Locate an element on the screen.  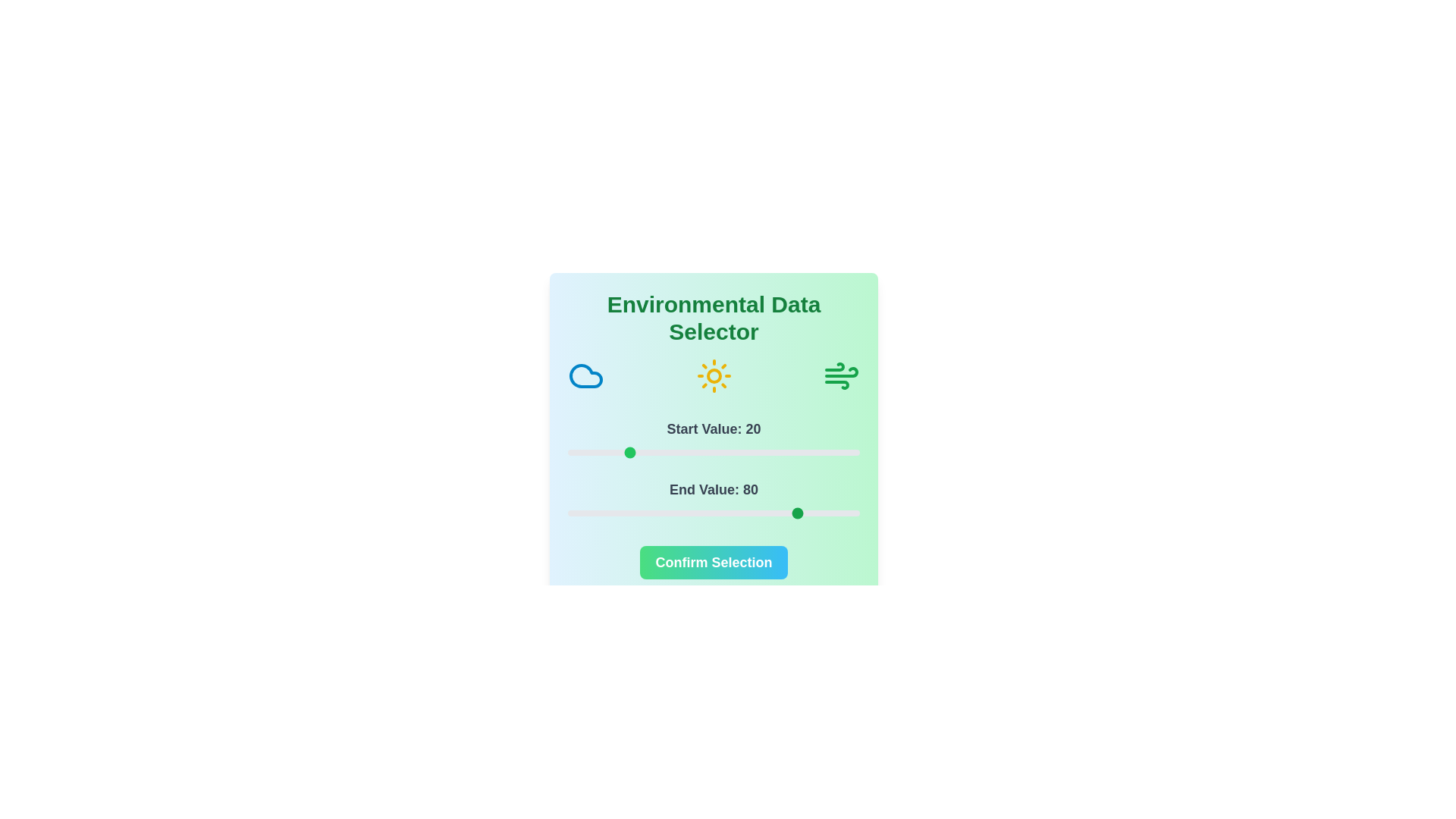
the slider is located at coordinates (704, 513).